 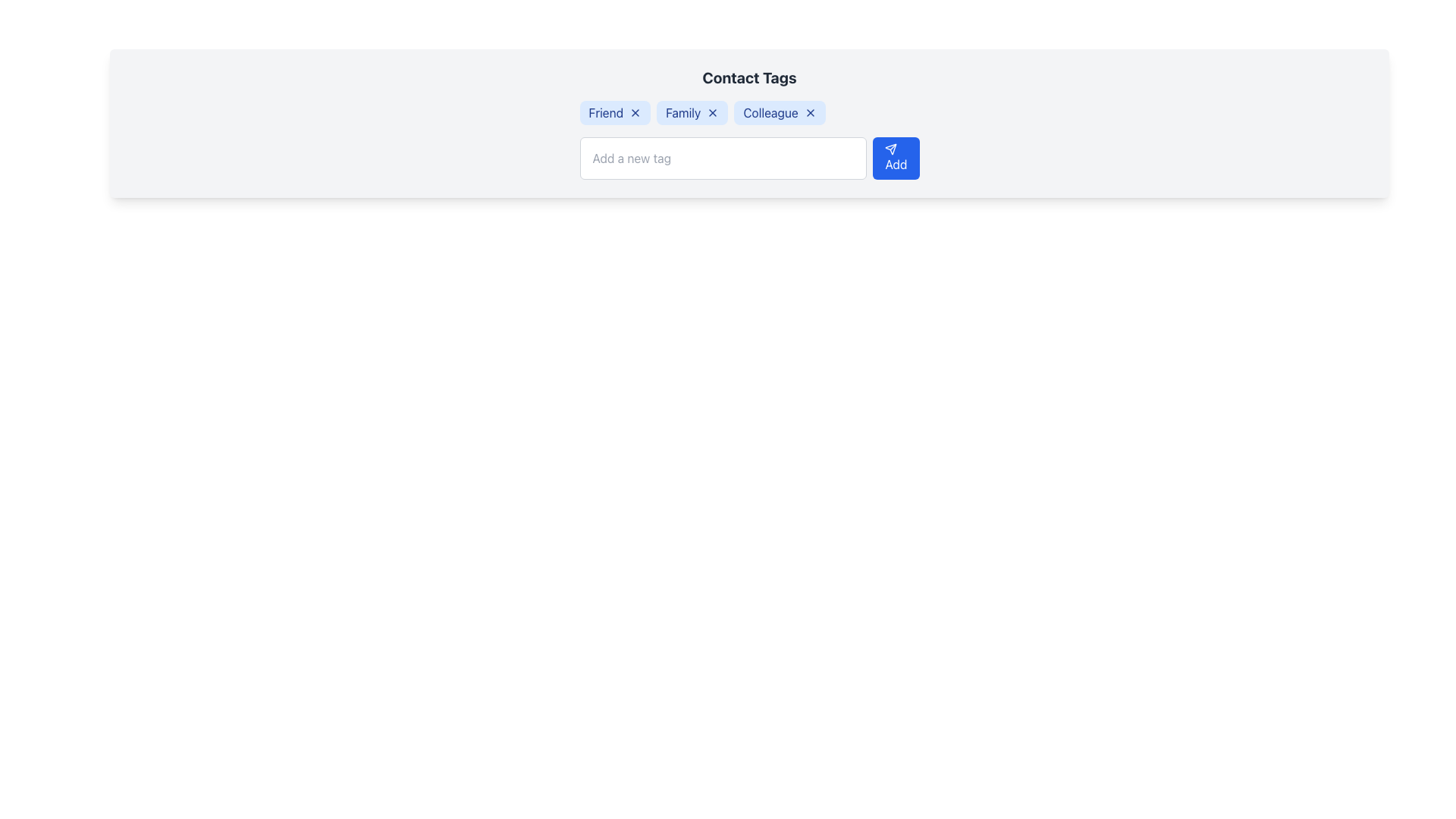 I want to click on the Close Button located on the far-right side of the 'Friend' tag, so click(x=635, y=112).